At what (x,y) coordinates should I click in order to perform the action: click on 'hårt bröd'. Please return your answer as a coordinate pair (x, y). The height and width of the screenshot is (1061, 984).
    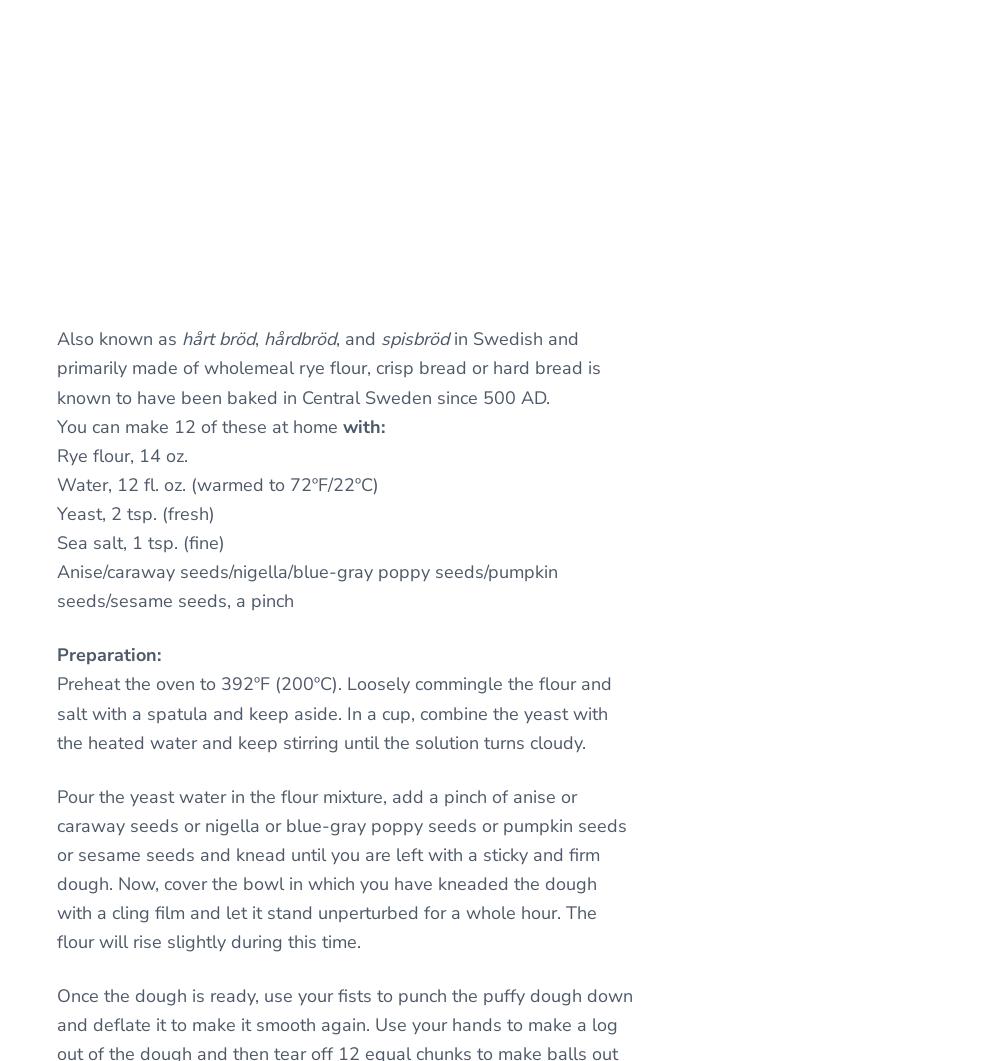
    Looking at the image, I should click on (218, 337).